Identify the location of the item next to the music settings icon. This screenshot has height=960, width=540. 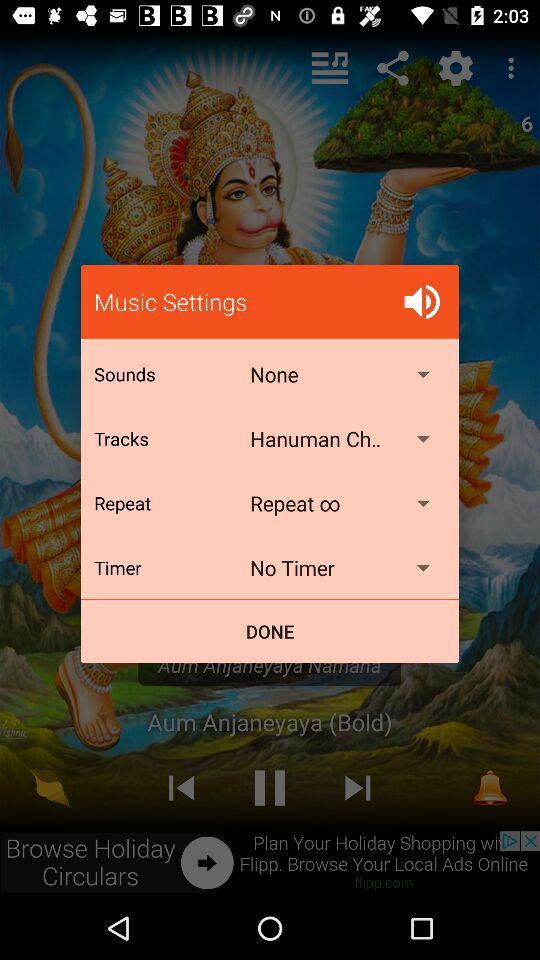
(421, 301).